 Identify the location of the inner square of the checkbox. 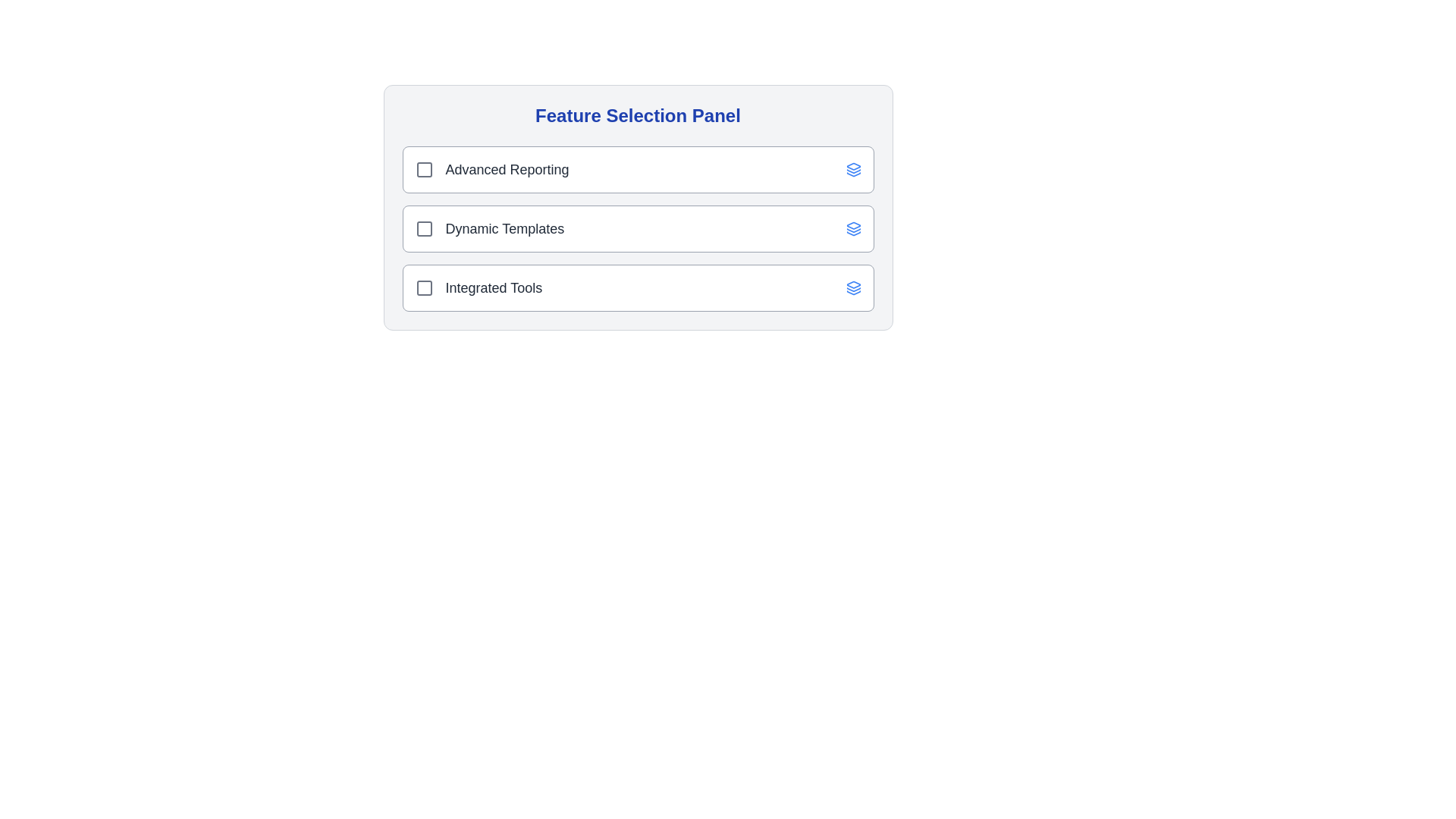
(424, 288).